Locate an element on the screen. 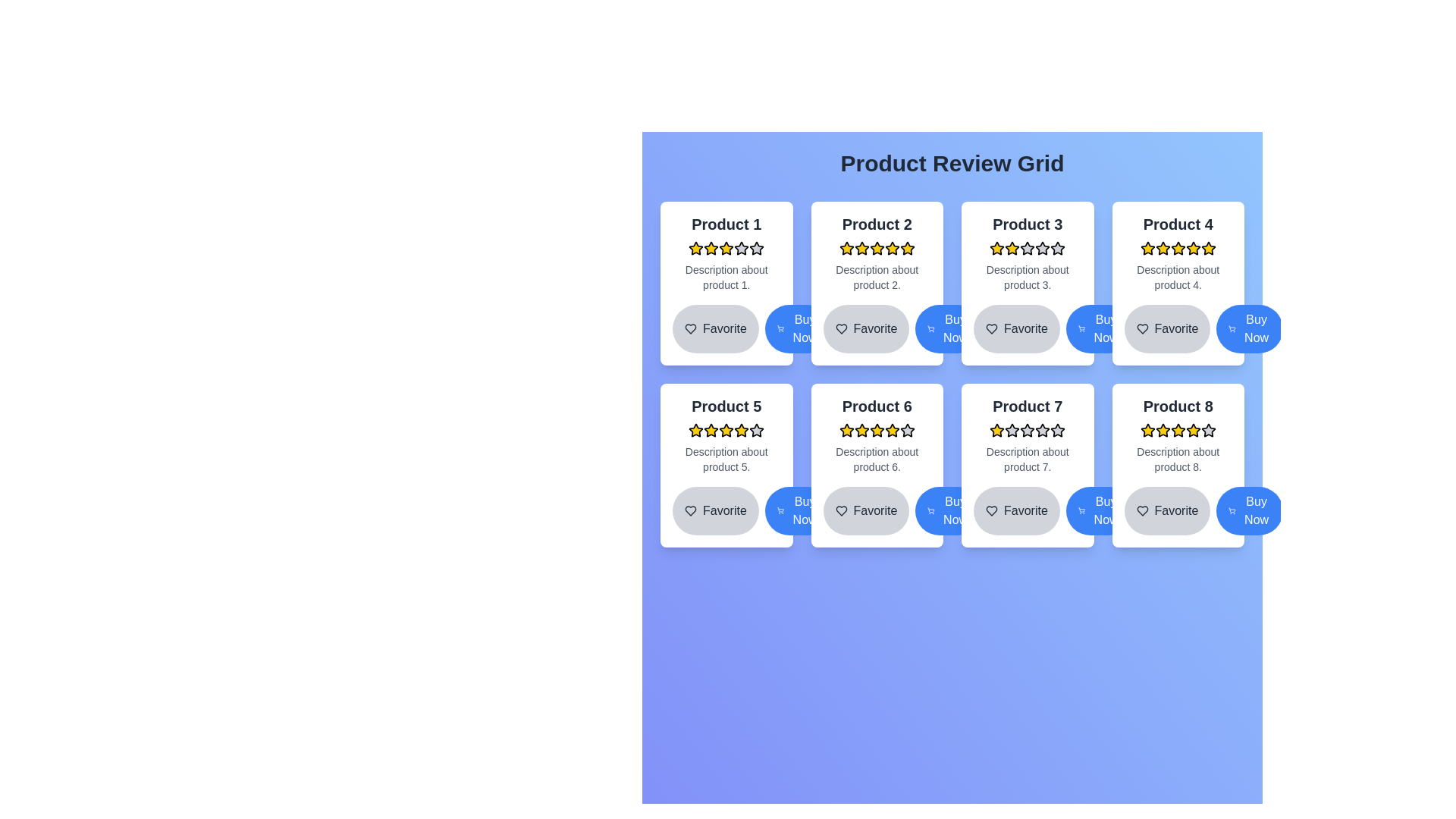 Image resolution: width=1456 pixels, height=819 pixels. the third star from the left in the star rating visual indicator for 'Product 7', located in the rating widget under the product card is located at coordinates (1028, 430).